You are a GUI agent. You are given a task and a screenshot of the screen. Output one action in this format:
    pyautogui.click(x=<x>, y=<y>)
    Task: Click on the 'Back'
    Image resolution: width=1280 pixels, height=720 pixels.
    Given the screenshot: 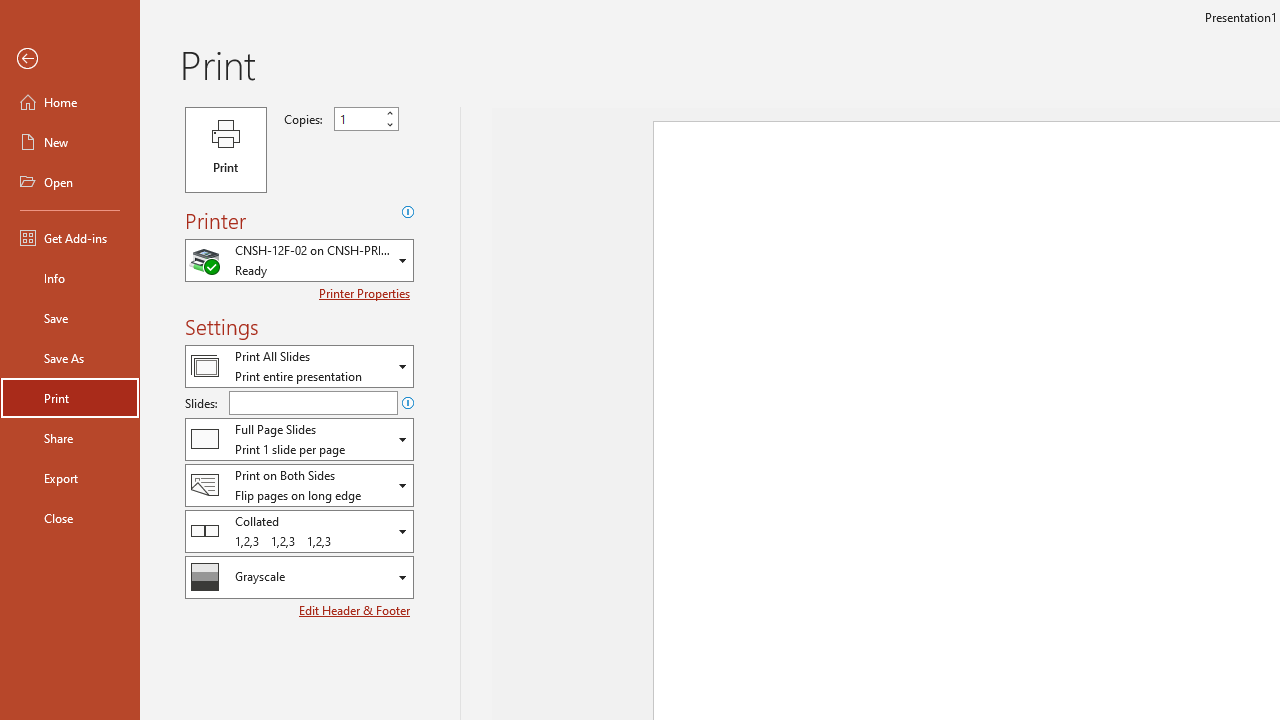 What is the action you would take?
    pyautogui.click(x=69, y=58)
    